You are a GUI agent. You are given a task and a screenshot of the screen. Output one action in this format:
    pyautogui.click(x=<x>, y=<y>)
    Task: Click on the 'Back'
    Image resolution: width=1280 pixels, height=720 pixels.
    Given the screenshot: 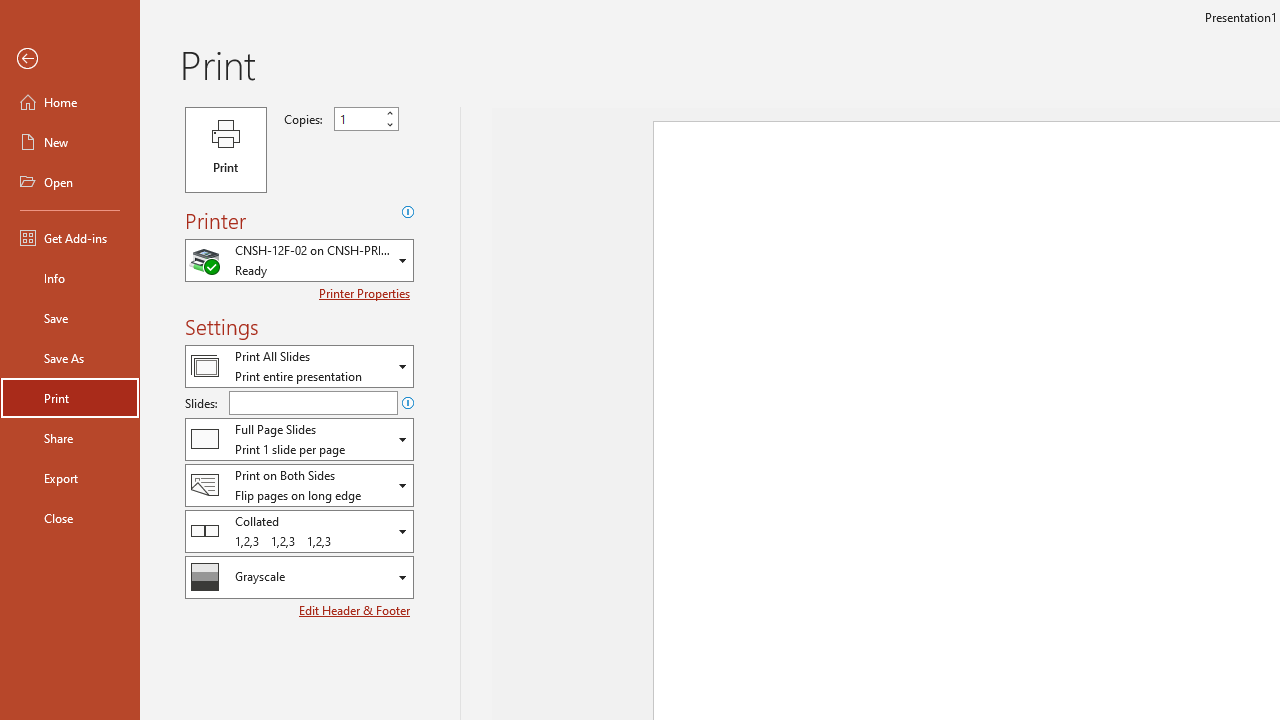 What is the action you would take?
    pyautogui.click(x=69, y=58)
    